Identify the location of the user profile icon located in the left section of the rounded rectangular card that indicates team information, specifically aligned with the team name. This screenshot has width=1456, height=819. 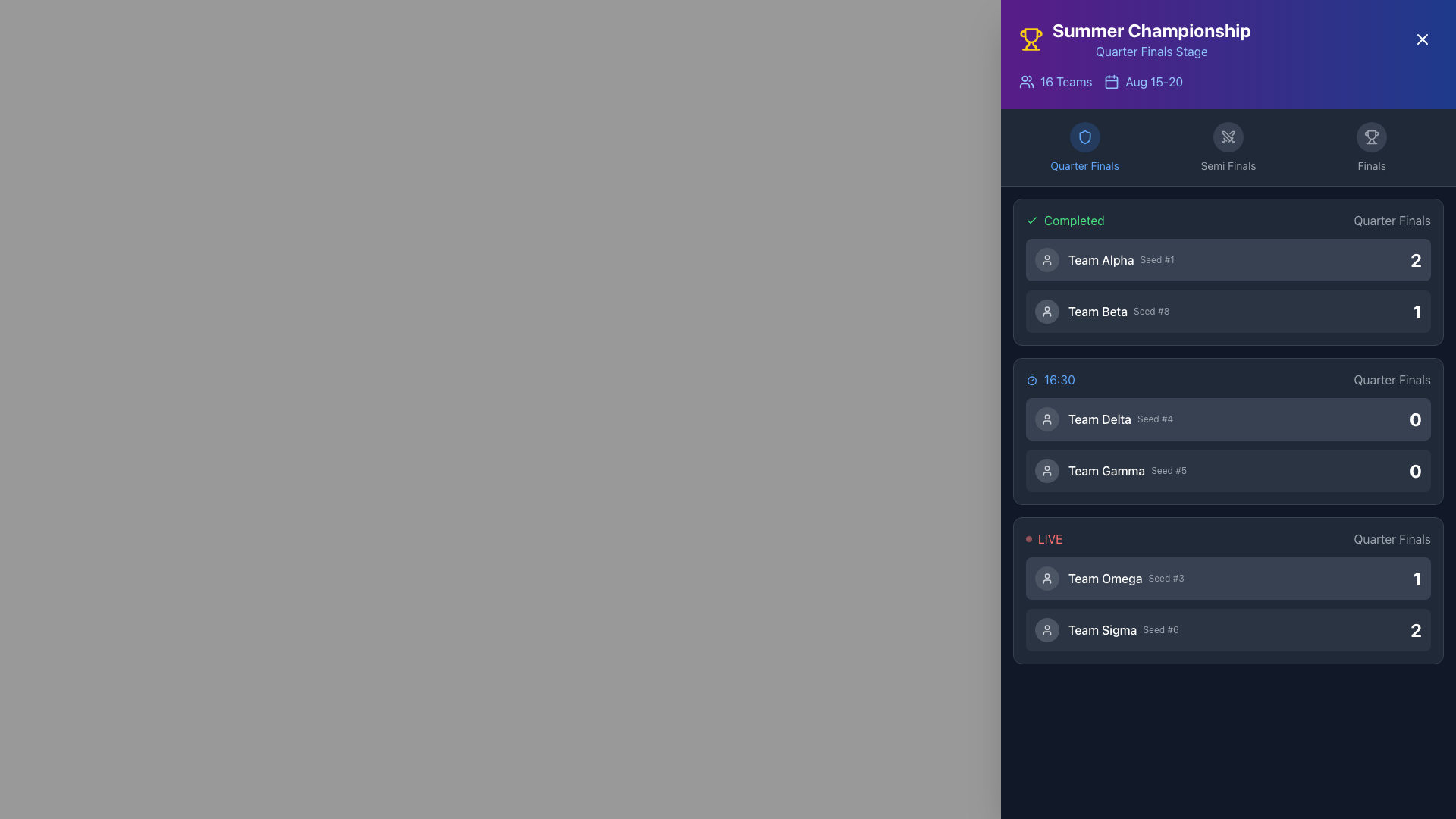
(1046, 311).